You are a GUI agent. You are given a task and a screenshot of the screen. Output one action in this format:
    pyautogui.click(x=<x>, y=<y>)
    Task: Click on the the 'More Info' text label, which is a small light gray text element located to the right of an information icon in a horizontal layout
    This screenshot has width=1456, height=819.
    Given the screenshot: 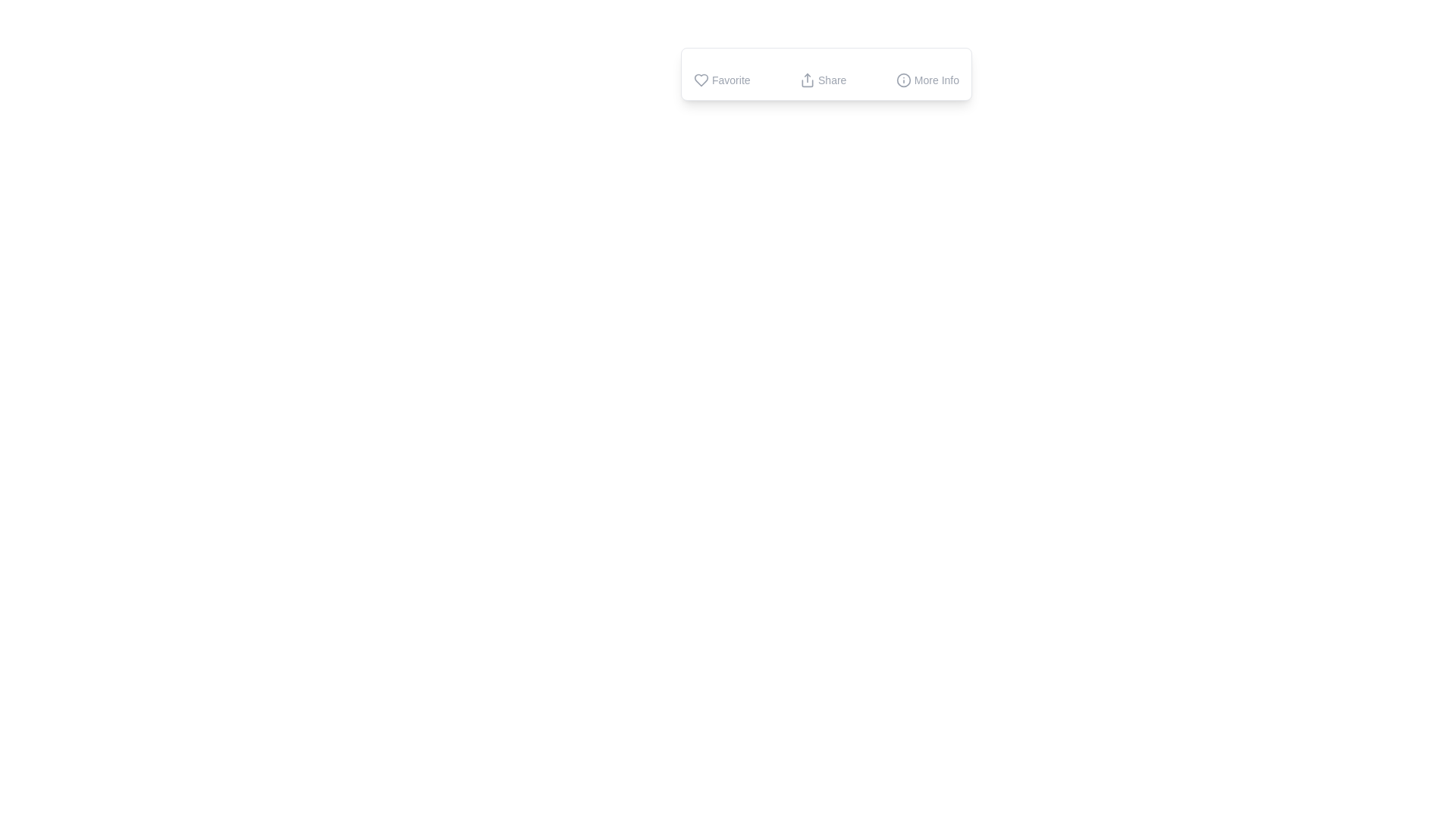 What is the action you would take?
    pyautogui.click(x=936, y=80)
    